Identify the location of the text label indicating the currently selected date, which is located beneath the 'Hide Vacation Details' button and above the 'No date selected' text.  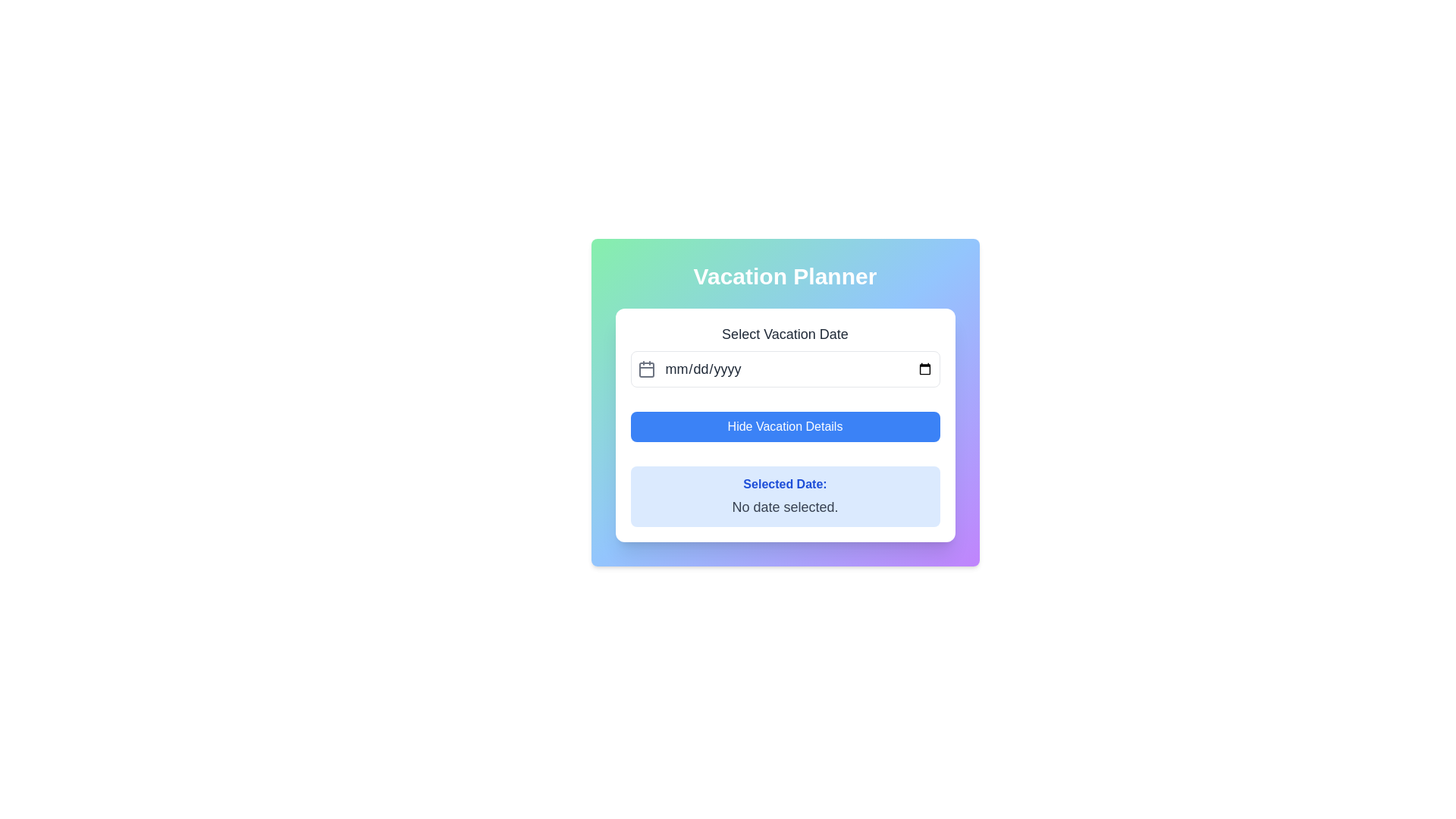
(785, 485).